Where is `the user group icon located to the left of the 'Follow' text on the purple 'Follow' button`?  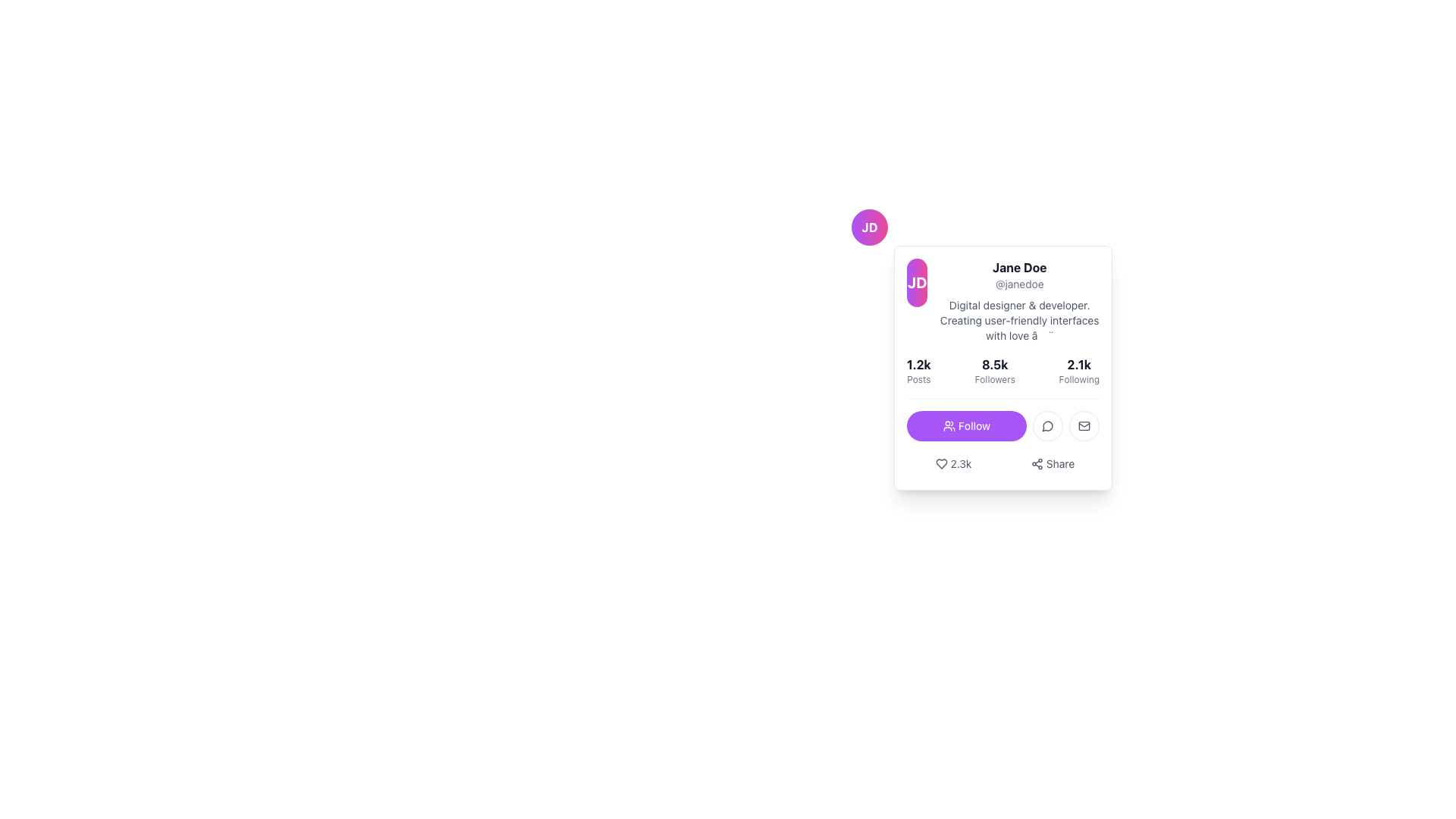 the user group icon located to the left of the 'Follow' text on the purple 'Follow' button is located at coordinates (948, 426).